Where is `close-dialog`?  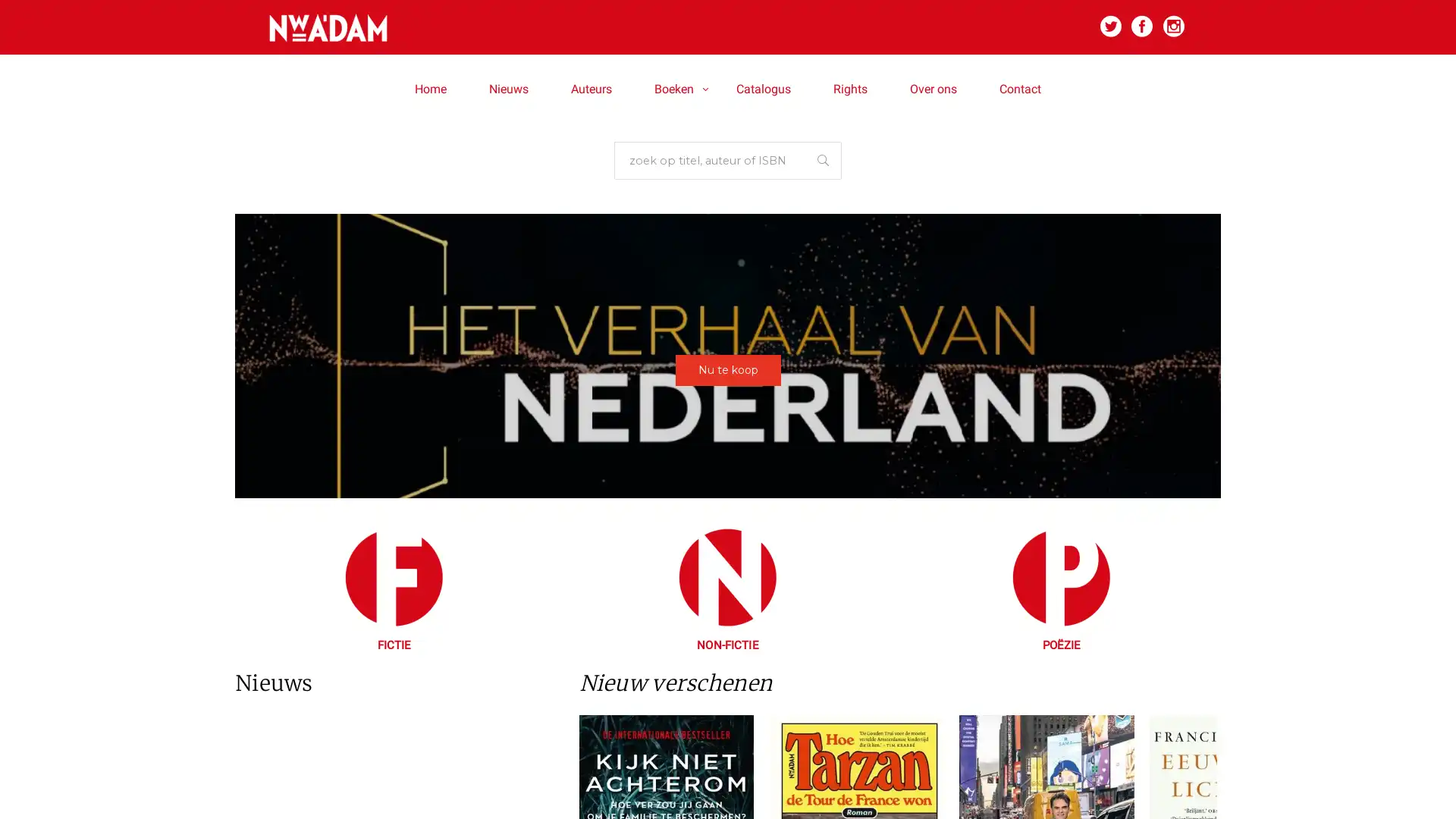
close-dialog is located at coordinates (912, 327).